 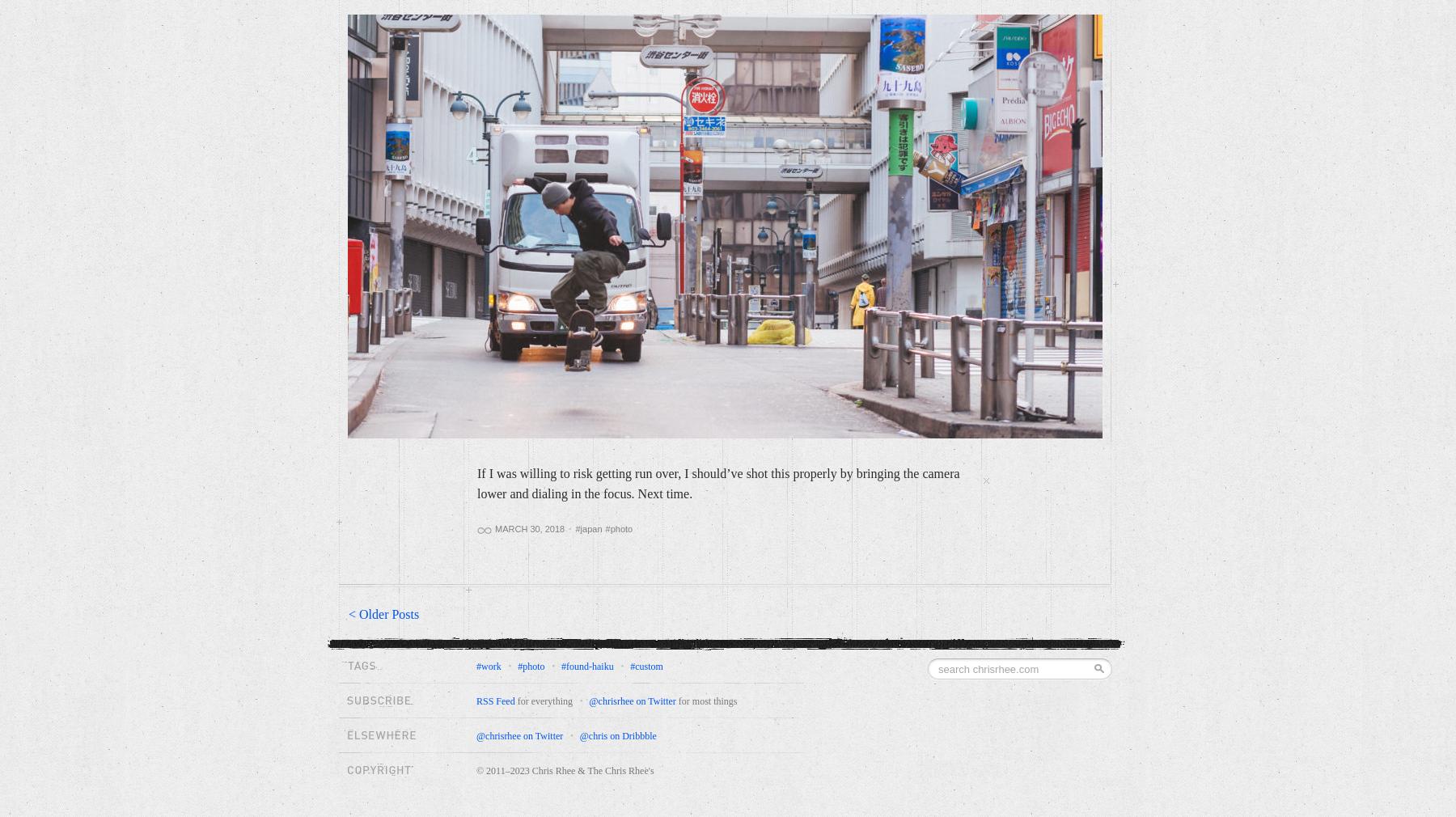 What do you see at coordinates (717, 483) in the screenshot?
I see `'If I was willing to risk getting run over, I should’ve shot this properly by bringing the camera lower and dialing in the focus. Next time.'` at bounding box center [717, 483].